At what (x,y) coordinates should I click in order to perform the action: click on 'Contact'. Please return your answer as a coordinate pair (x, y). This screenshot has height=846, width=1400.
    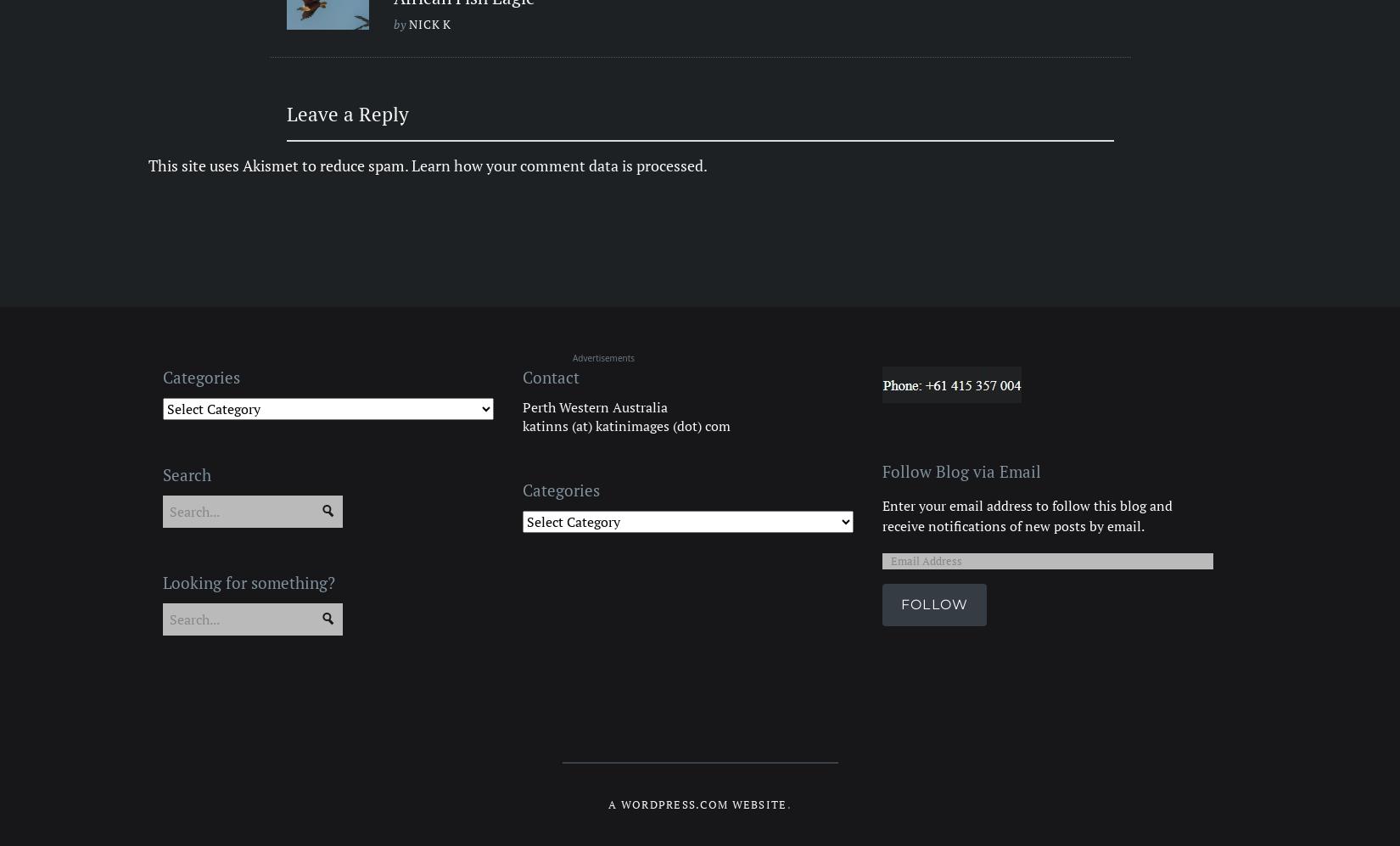
    Looking at the image, I should click on (550, 375).